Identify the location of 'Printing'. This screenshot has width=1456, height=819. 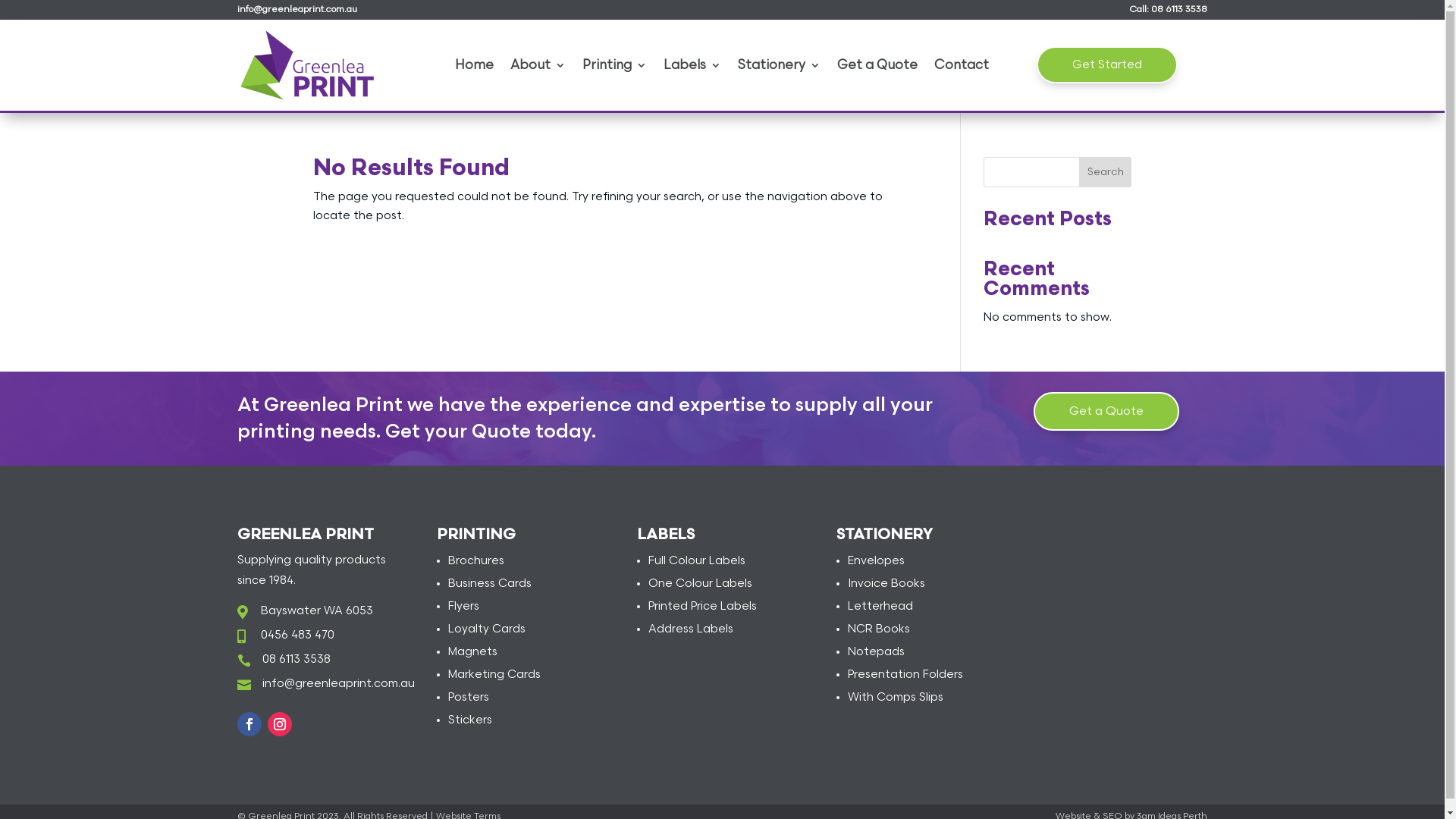
(614, 67).